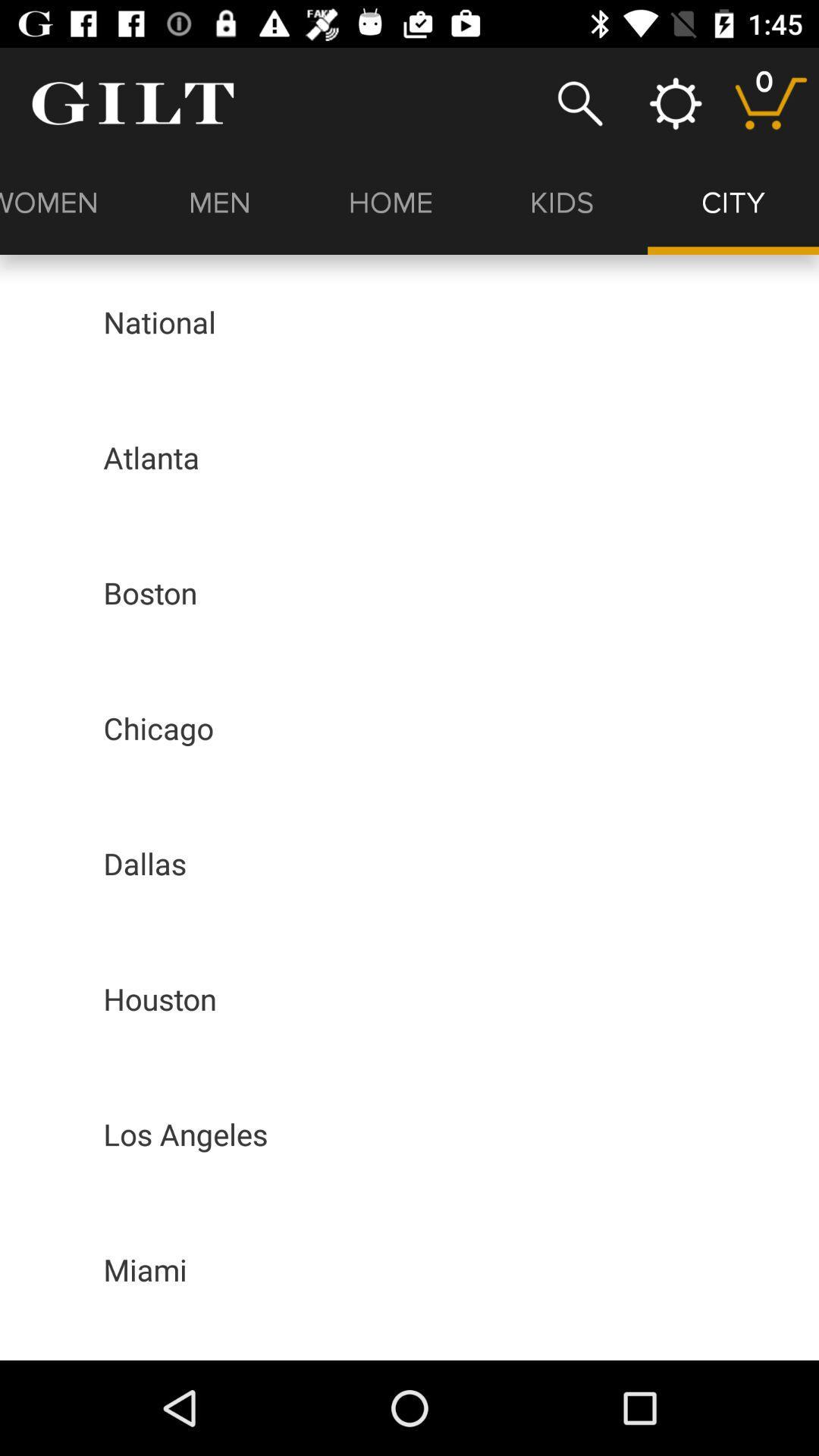 This screenshot has height=1456, width=819. What do you see at coordinates (184, 1134) in the screenshot?
I see `los angeles item` at bounding box center [184, 1134].